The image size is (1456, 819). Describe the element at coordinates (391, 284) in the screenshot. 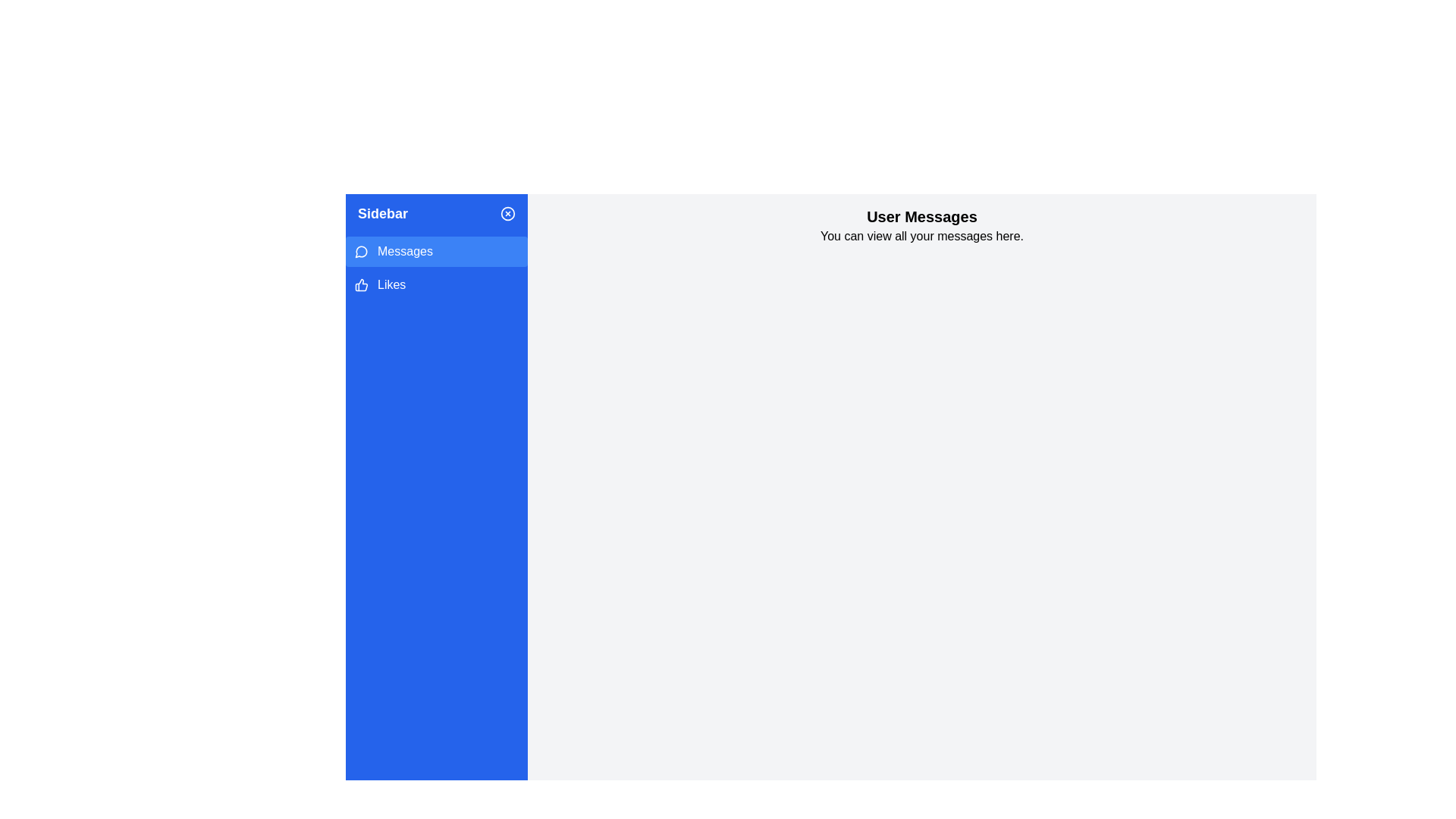

I see `the 'Likes' text label located in the blue sidebar panel, immediately following the thumbs-up icon, to interact with the section` at that location.